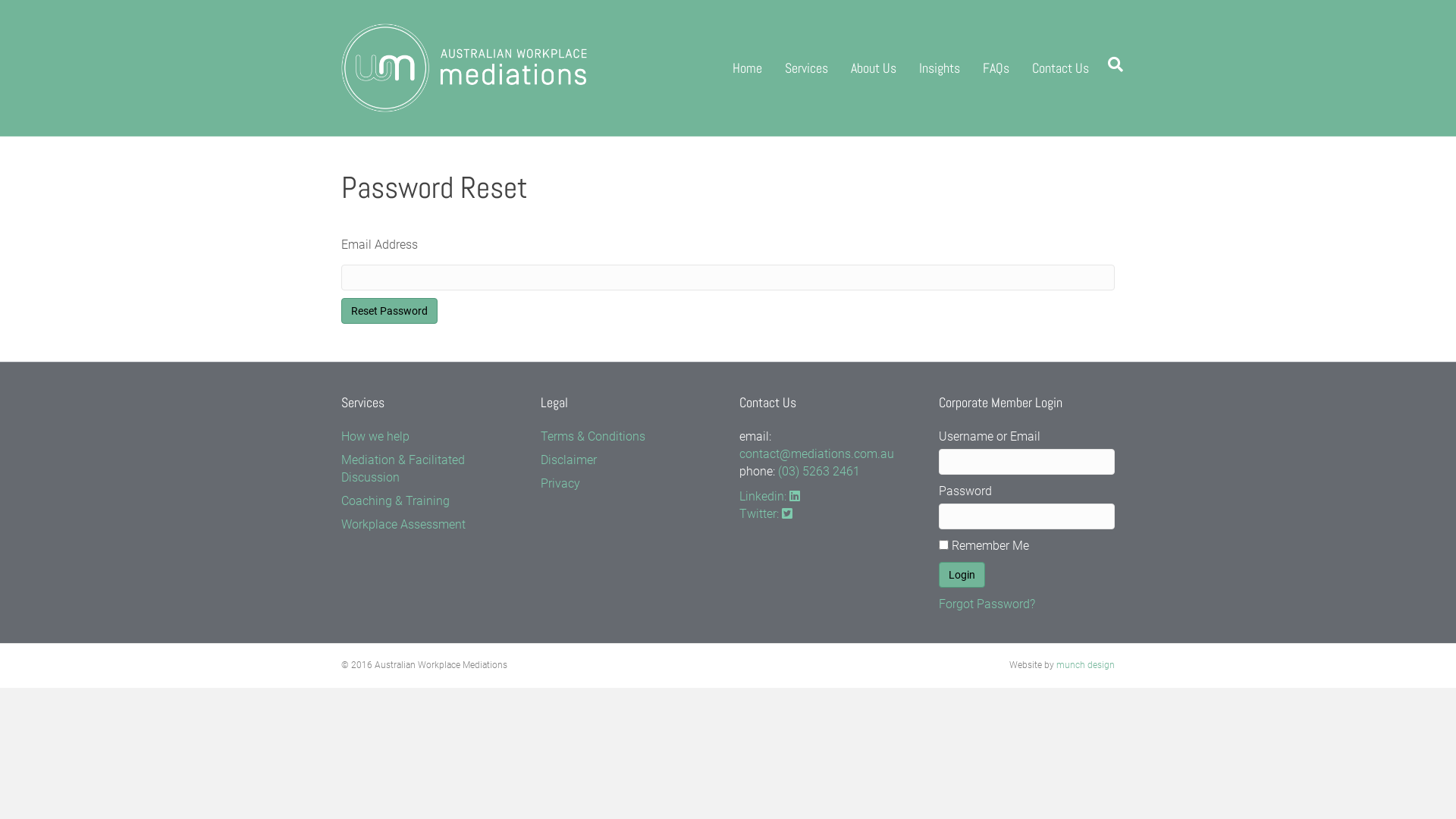 This screenshot has height=819, width=1456. I want to click on 'FAQs', so click(996, 67).